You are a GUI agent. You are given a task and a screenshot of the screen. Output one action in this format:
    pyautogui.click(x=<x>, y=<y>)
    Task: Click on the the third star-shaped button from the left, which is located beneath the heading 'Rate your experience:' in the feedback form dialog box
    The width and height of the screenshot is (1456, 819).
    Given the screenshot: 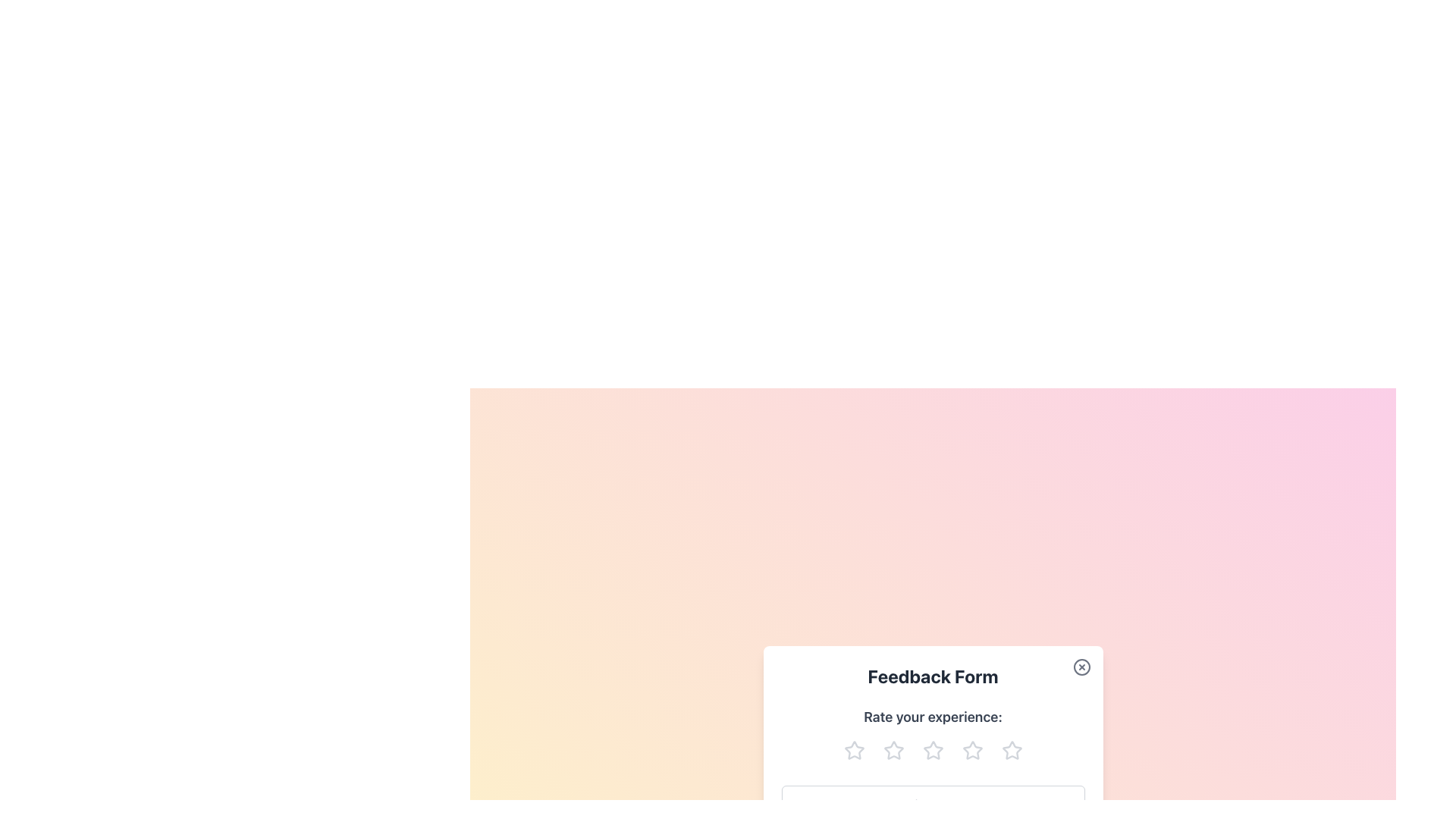 What is the action you would take?
    pyautogui.click(x=932, y=751)
    